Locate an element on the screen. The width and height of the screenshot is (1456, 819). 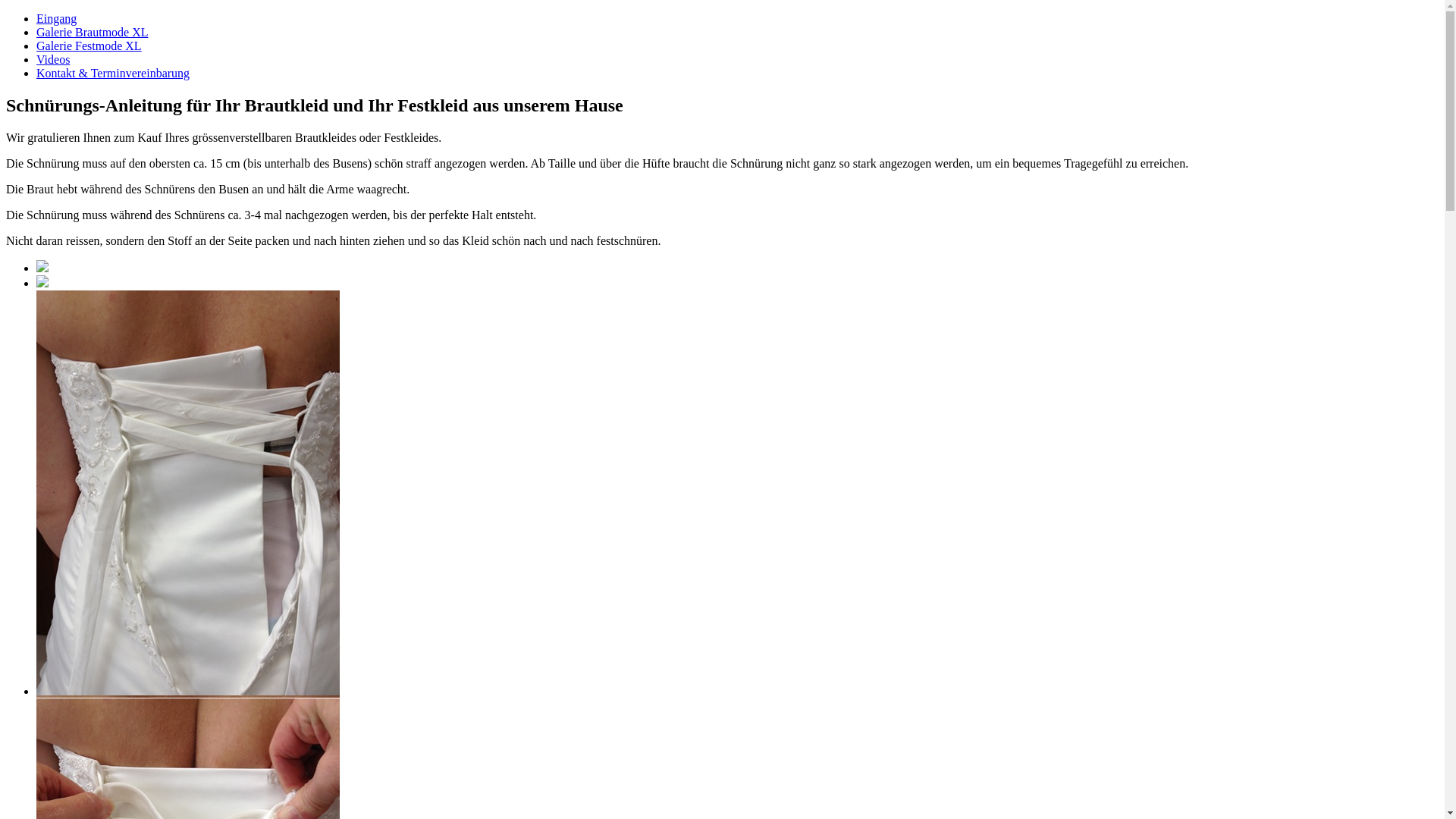
'Videos' is located at coordinates (53, 58).